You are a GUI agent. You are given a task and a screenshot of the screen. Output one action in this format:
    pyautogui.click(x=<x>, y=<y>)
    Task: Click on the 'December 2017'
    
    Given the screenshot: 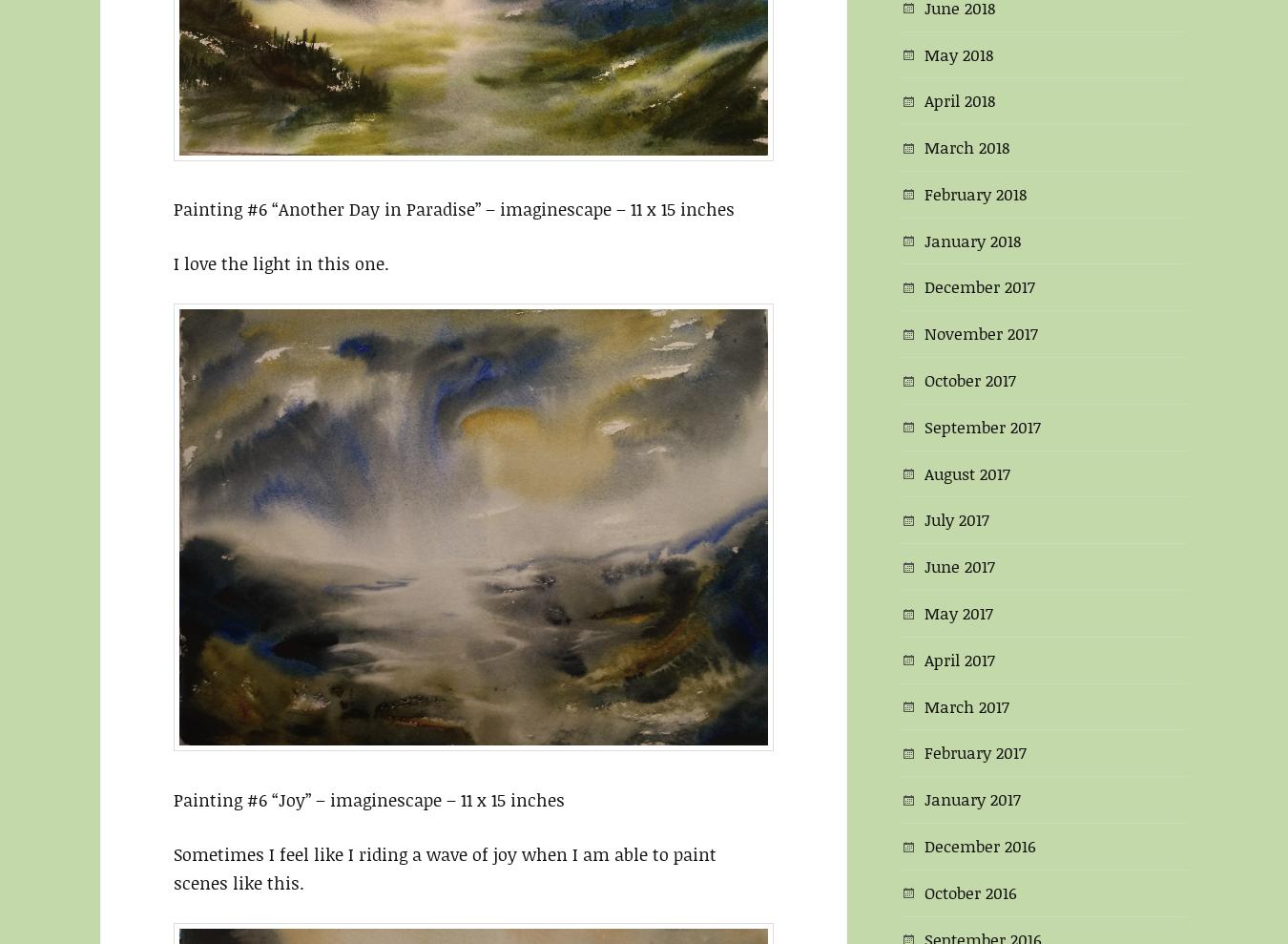 What is the action you would take?
    pyautogui.click(x=979, y=285)
    